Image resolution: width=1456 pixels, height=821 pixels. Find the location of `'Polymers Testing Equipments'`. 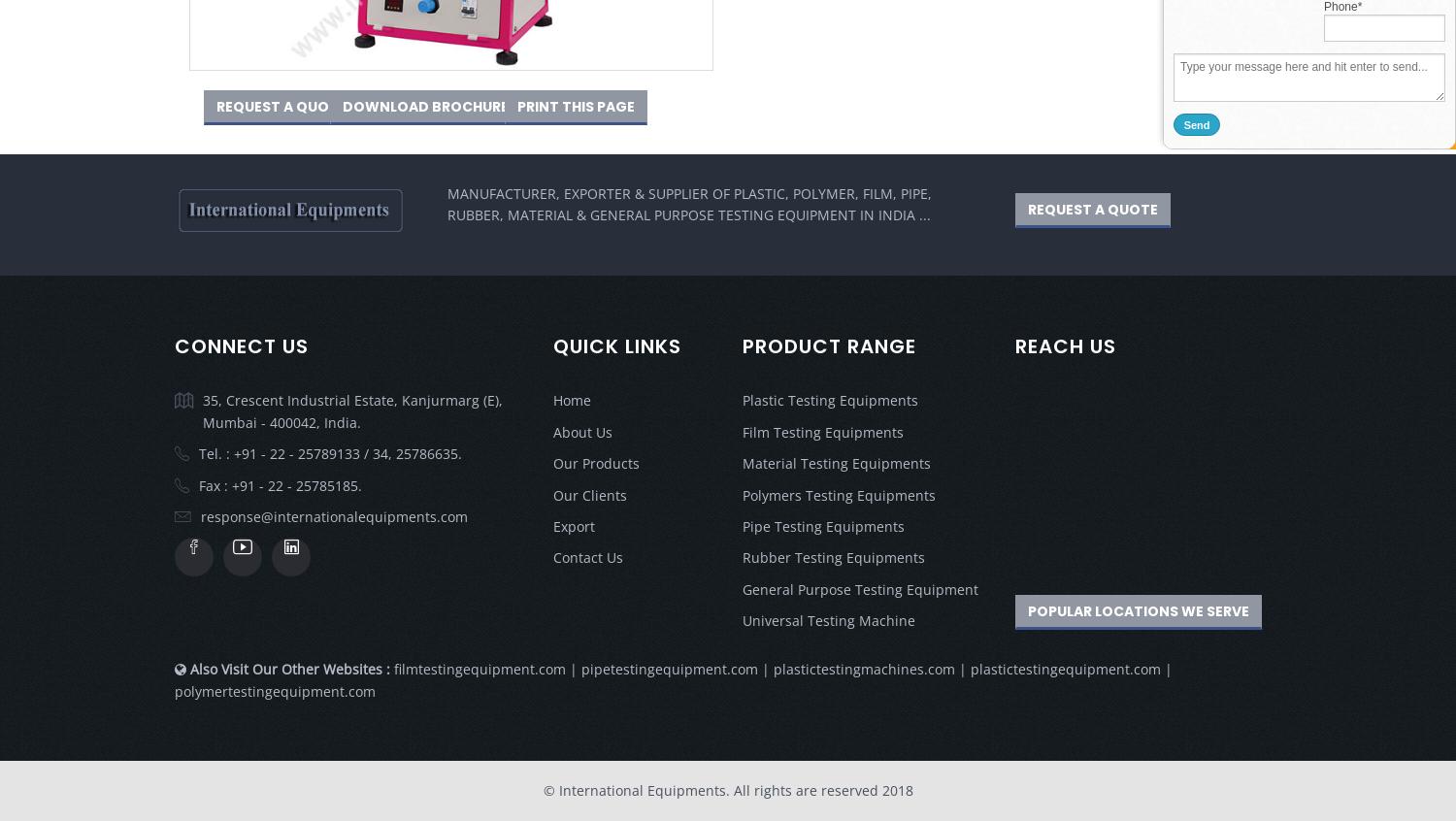

'Polymers Testing Equipments' is located at coordinates (838, 494).